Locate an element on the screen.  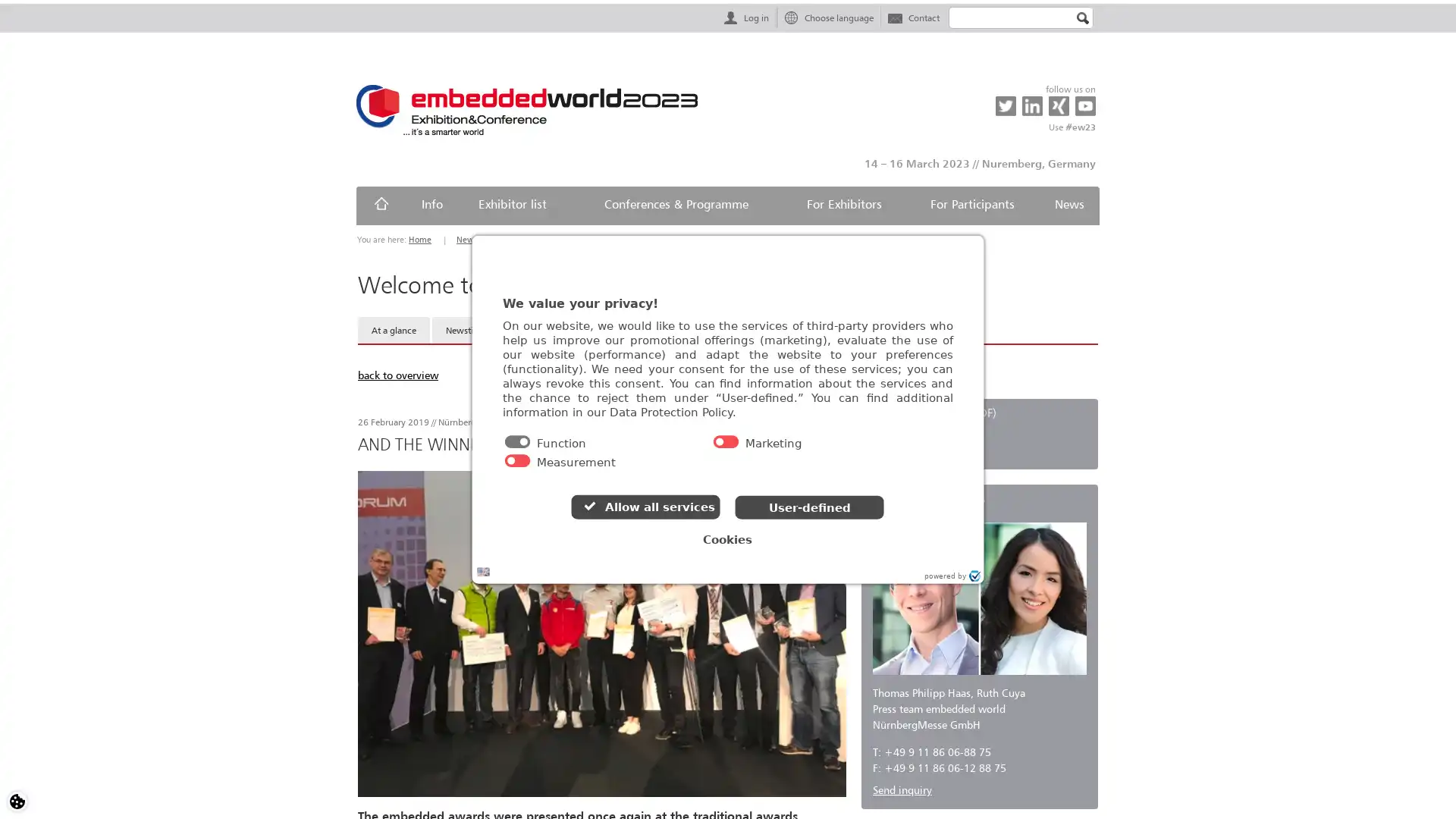
Videos is located at coordinates (672, 329).